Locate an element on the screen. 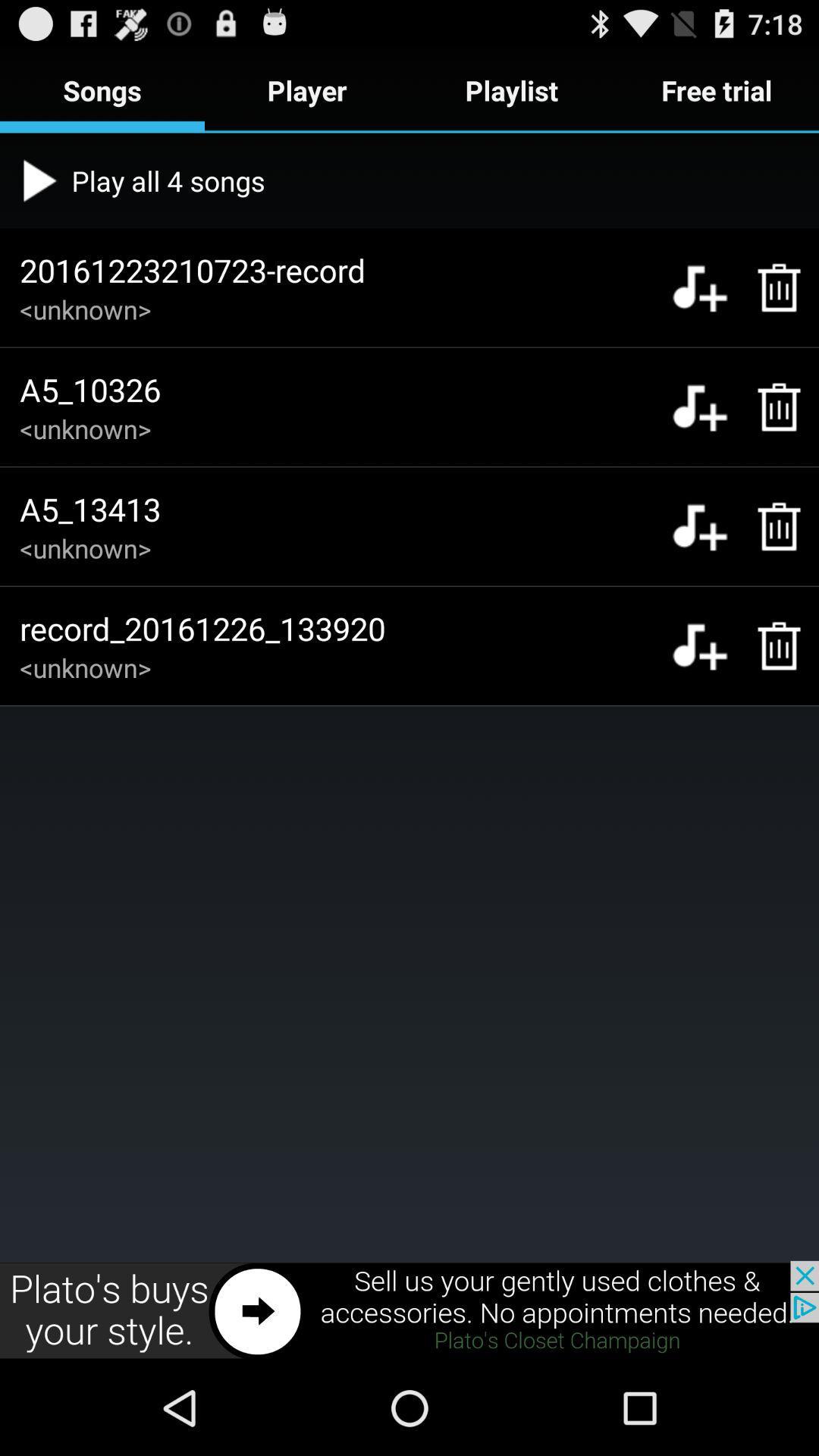 The image size is (819, 1456). advertisement adding button is located at coordinates (409, 1310).